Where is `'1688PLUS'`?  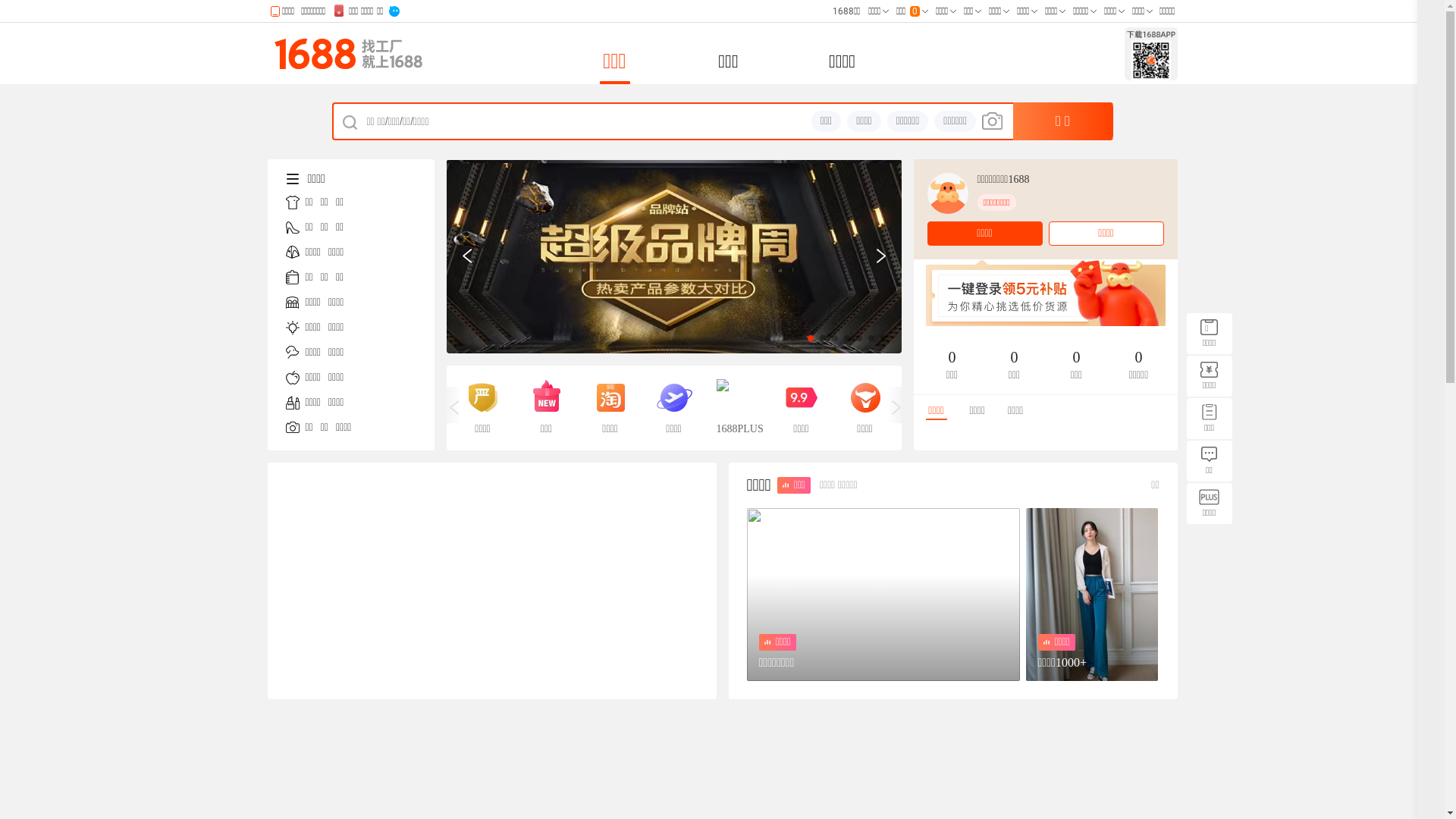
'1688PLUS' is located at coordinates (715, 406).